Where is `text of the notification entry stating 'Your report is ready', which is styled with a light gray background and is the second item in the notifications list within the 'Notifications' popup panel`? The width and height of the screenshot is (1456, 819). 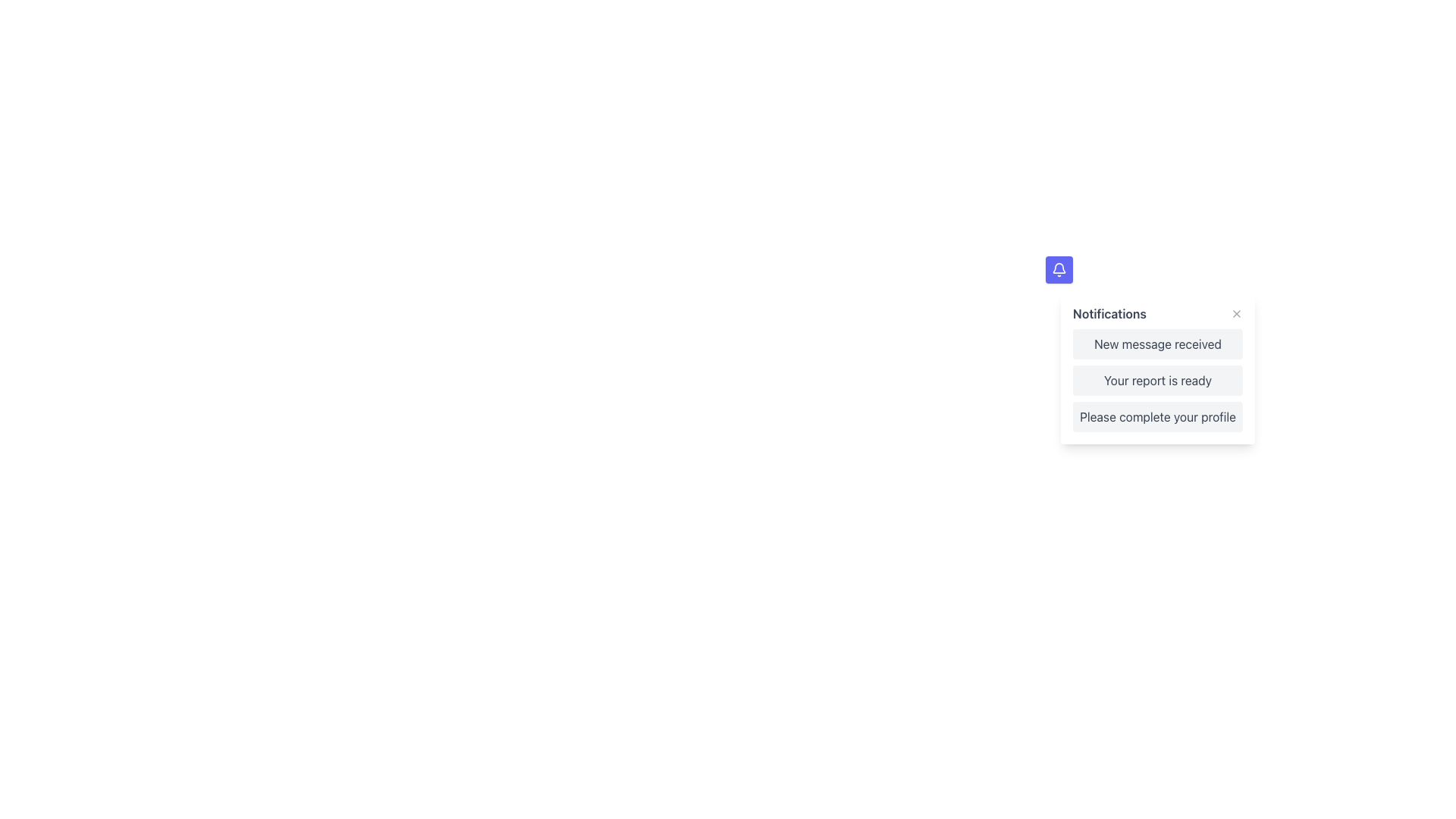 text of the notification entry stating 'Your report is ready', which is styled with a light gray background and is the second item in the notifications list within the 'Notifications' popup panel is located at coordinates (1156, 379).